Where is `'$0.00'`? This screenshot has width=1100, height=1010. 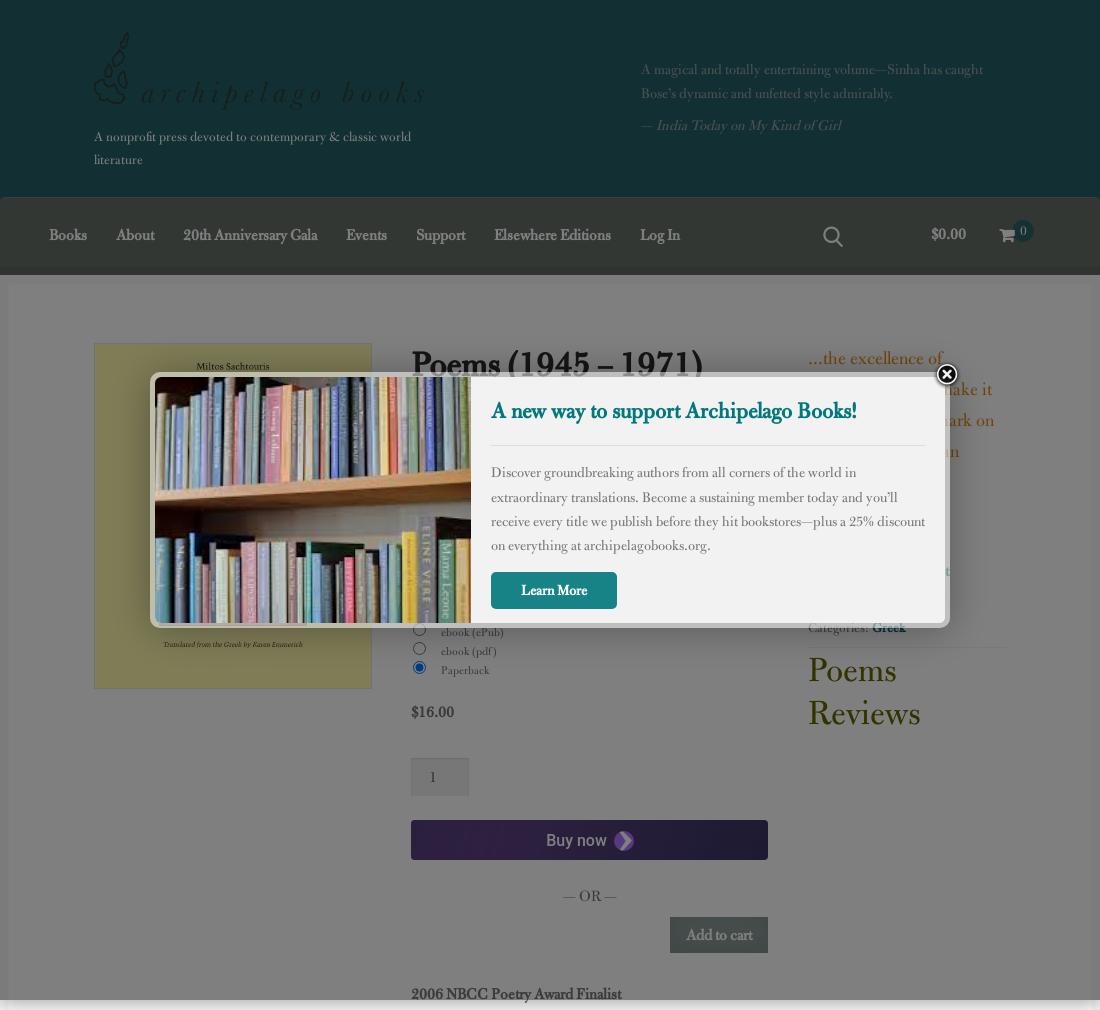 '$0.00' is located at coordinates (948, 233).